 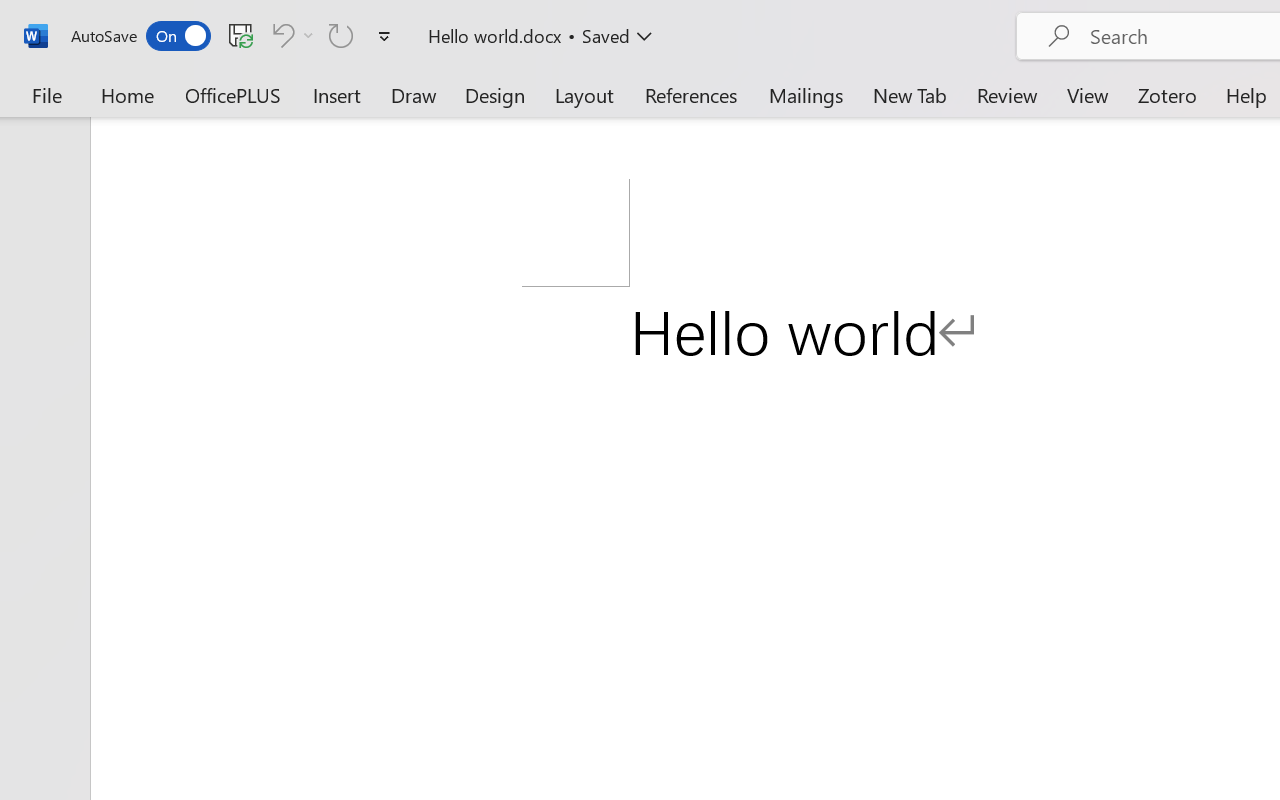 What do you see at coordinates (308, 34) in the screenshot?
I see `'More Options'` at bounding box center [308, 34].